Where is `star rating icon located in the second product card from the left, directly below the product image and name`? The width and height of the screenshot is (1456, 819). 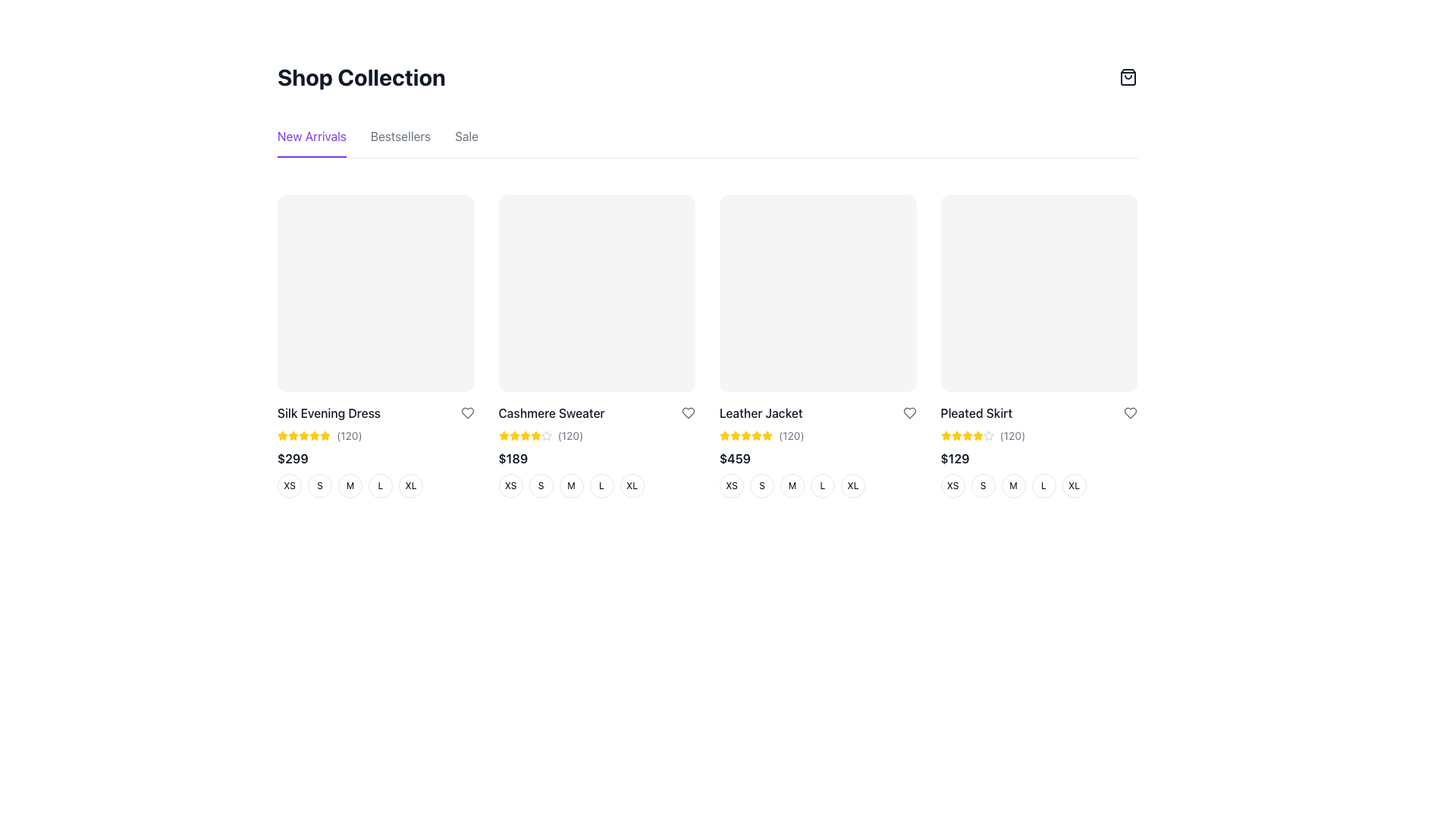
star rating icon located in the second product card from the left, directly below the product image and name is located at coordinates (504, 435).